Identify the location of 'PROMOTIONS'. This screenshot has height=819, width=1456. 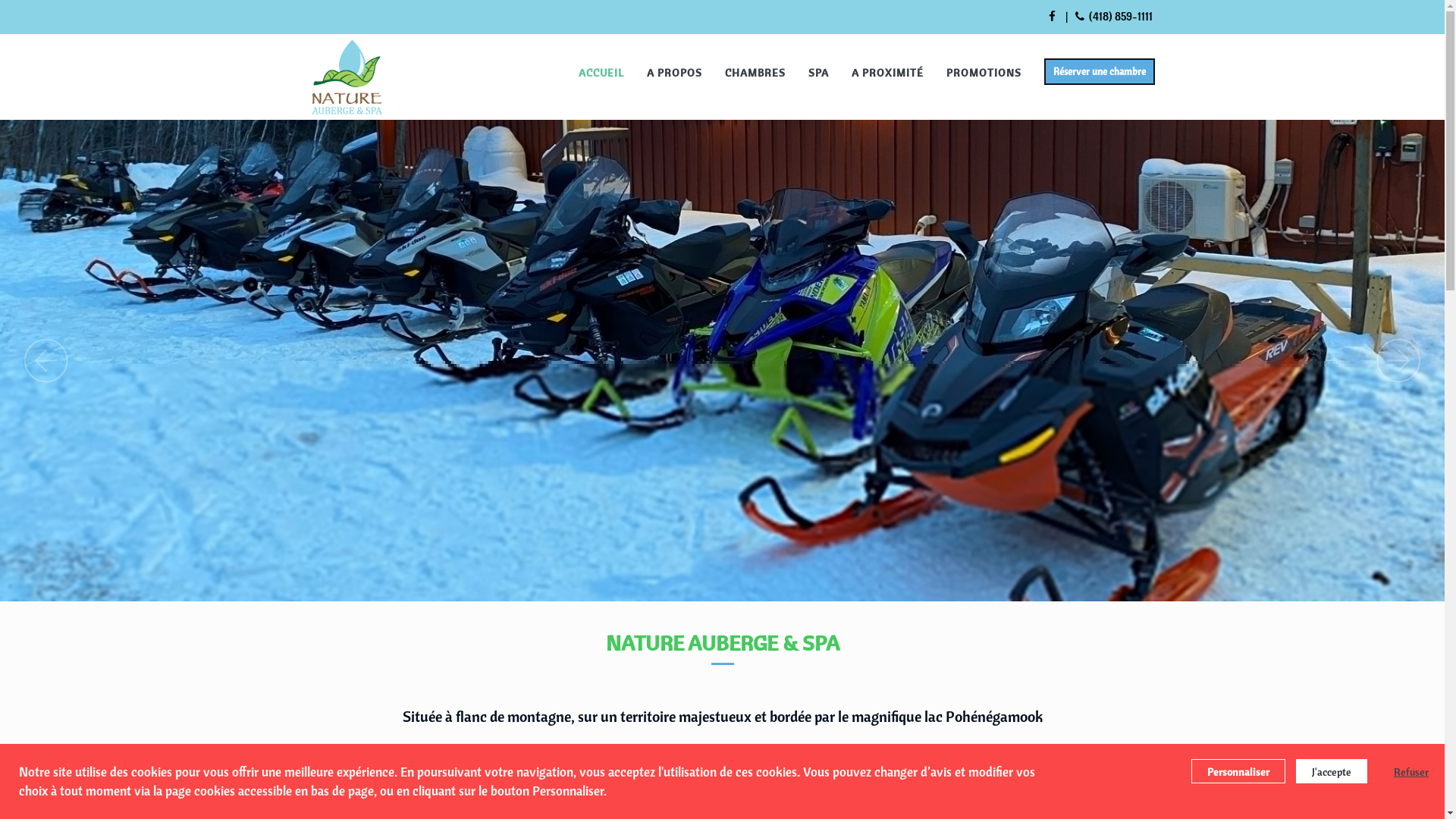
(983, 72).